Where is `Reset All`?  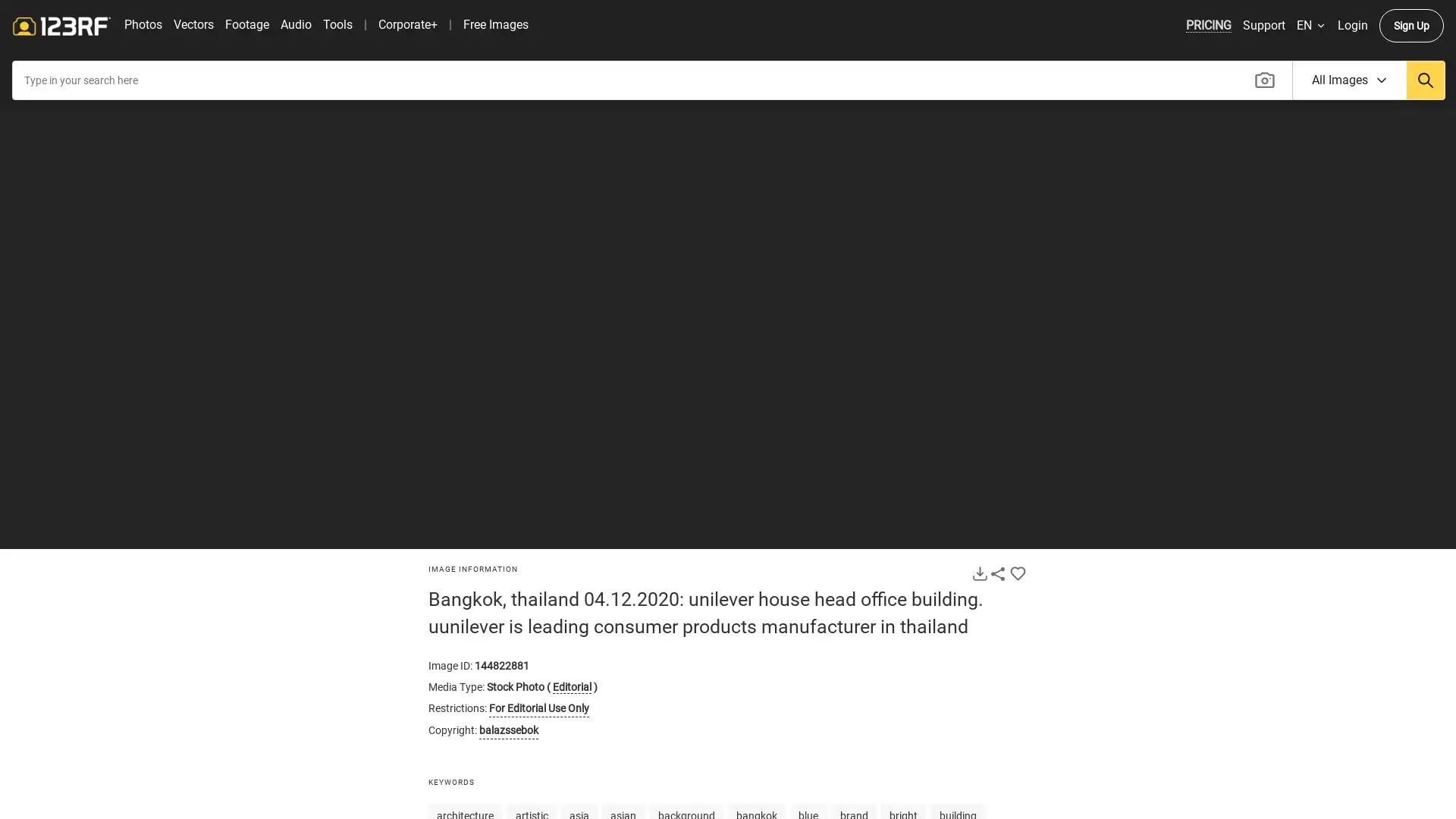 Reset All is located at coordinates (29, 470).